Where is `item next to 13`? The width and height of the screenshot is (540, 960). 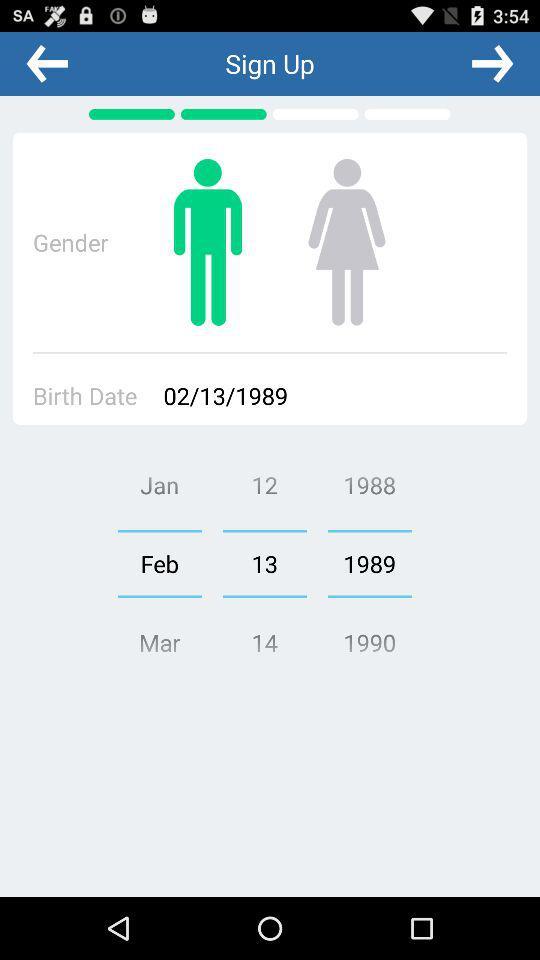
item next to 13 is located at coordinates (158, 563).